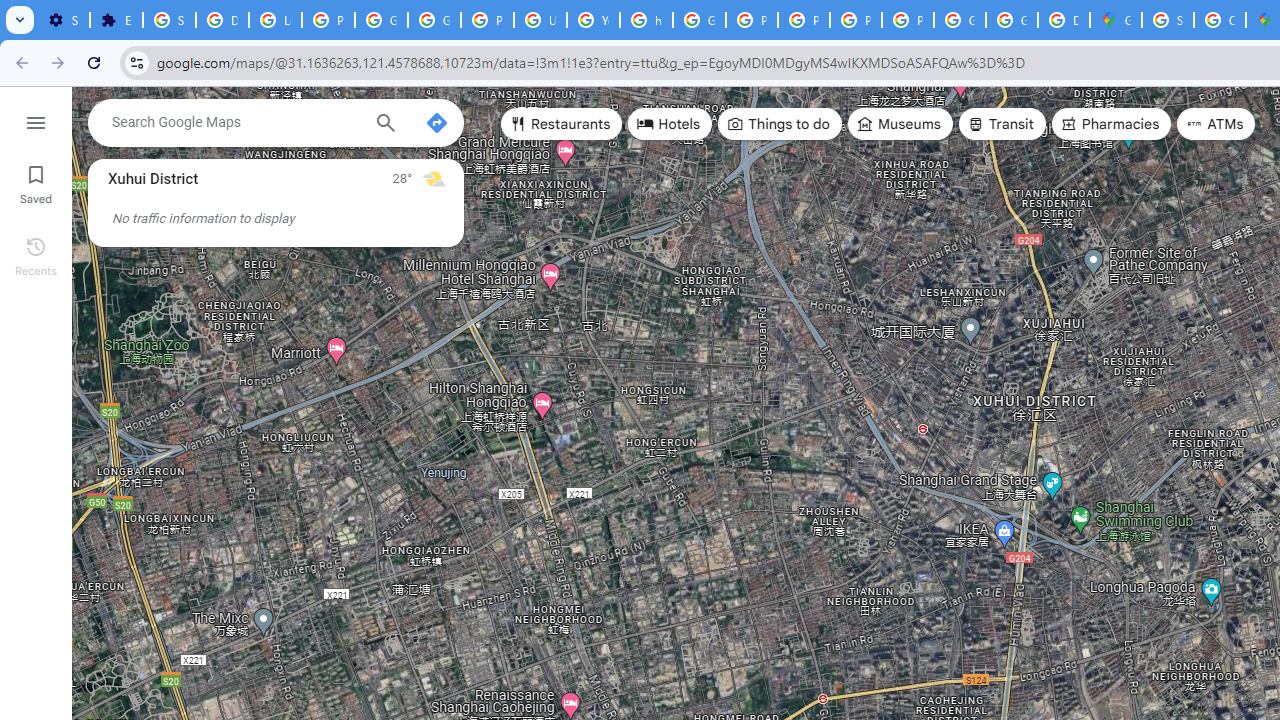  I want to click on 'Google Account Help', so click(381, 20).